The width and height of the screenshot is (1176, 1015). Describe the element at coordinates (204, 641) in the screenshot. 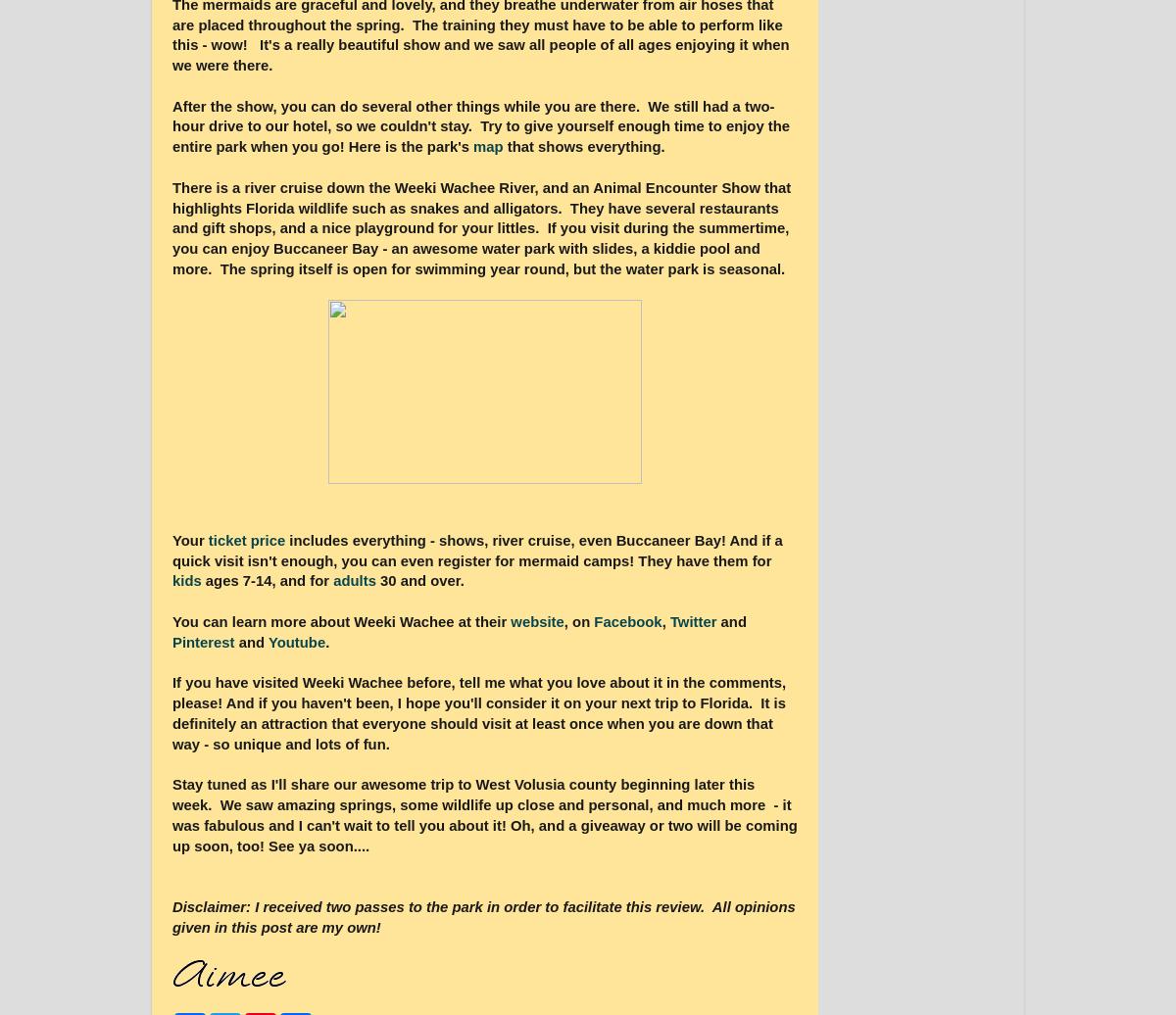

I see `'Pinterest'` at that location.